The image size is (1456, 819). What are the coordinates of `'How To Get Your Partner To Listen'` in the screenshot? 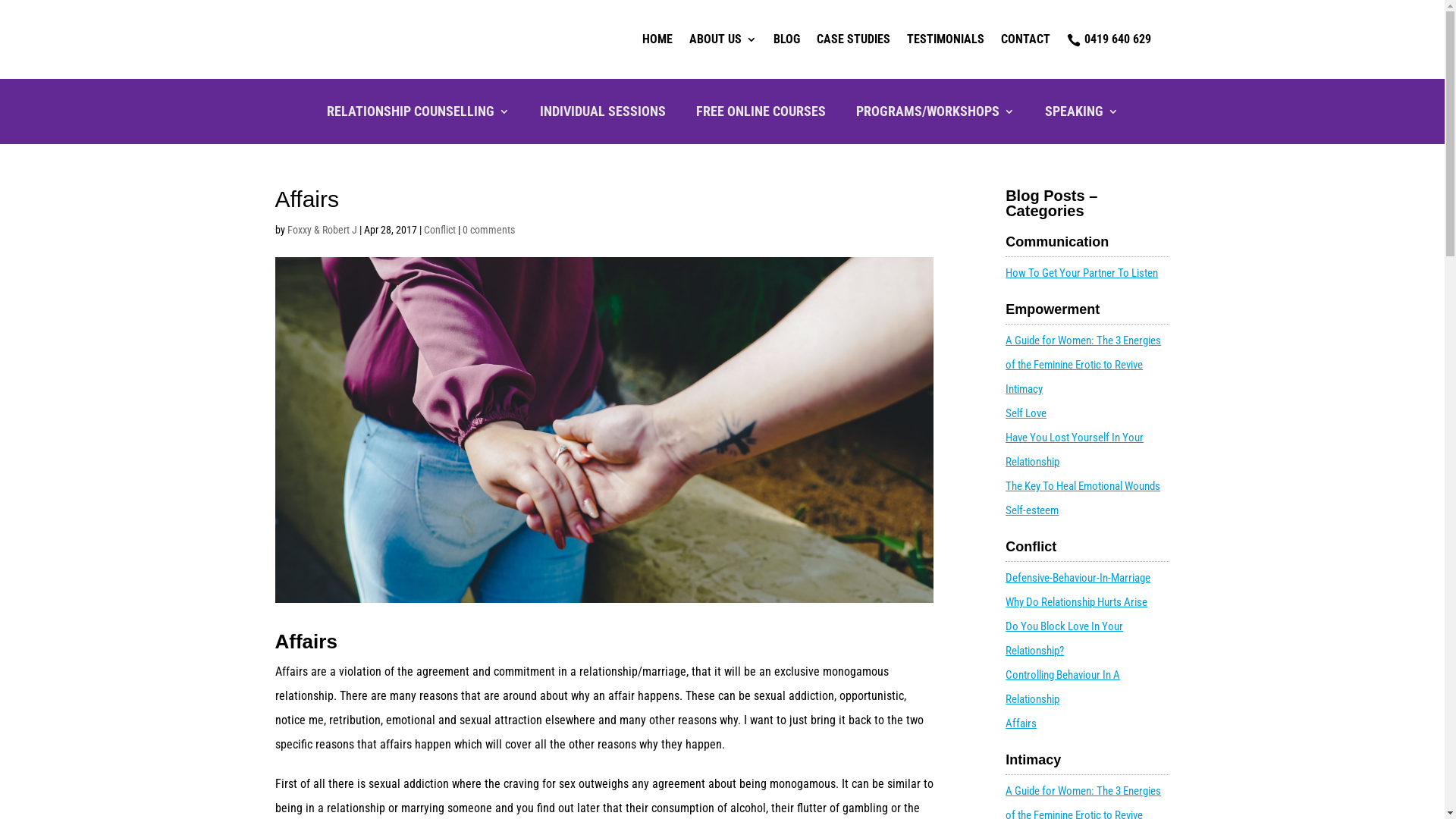 It's located at (1081, 271).